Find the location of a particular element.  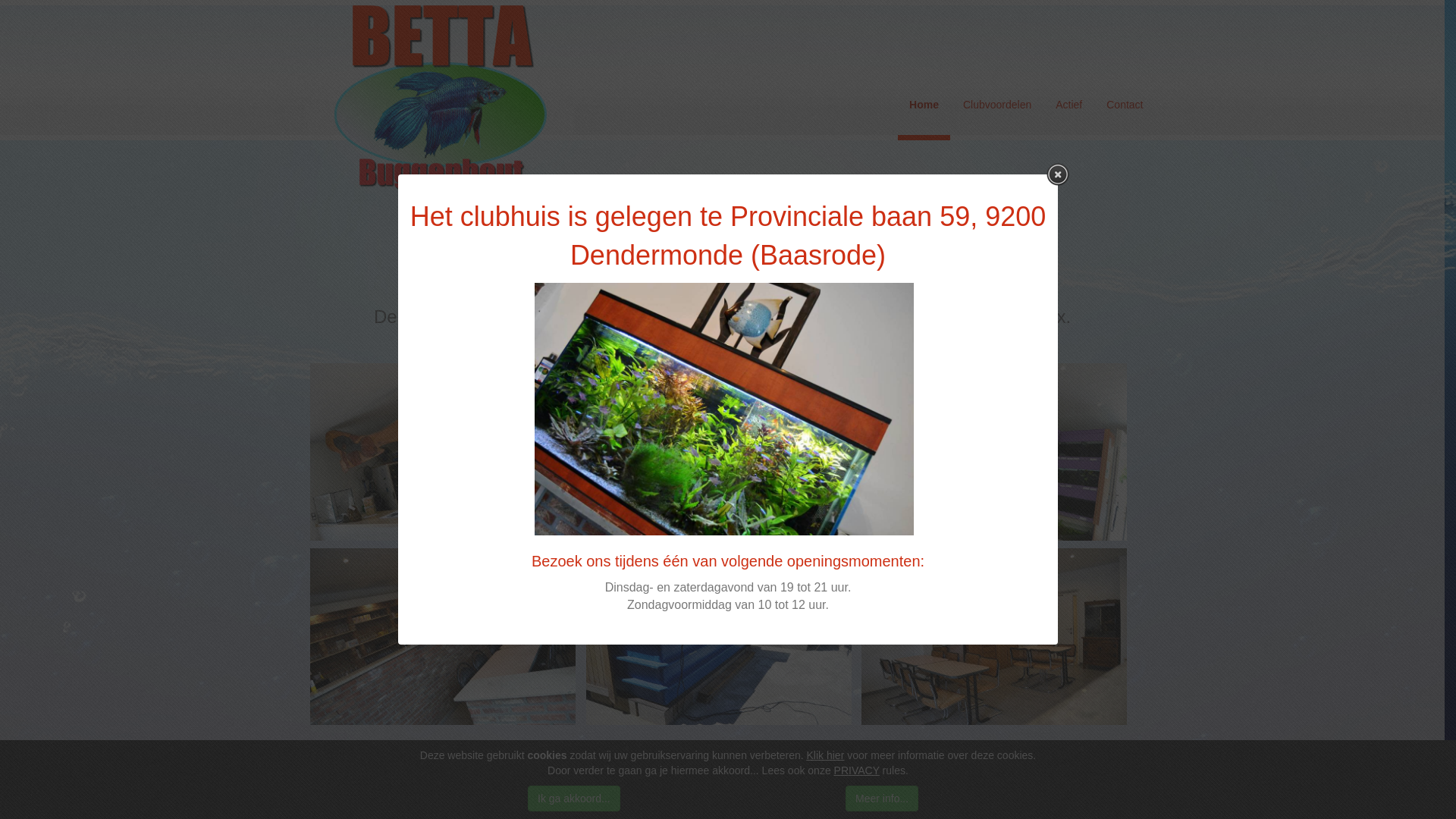

'Contact' is located at coordinates (1095, 104).